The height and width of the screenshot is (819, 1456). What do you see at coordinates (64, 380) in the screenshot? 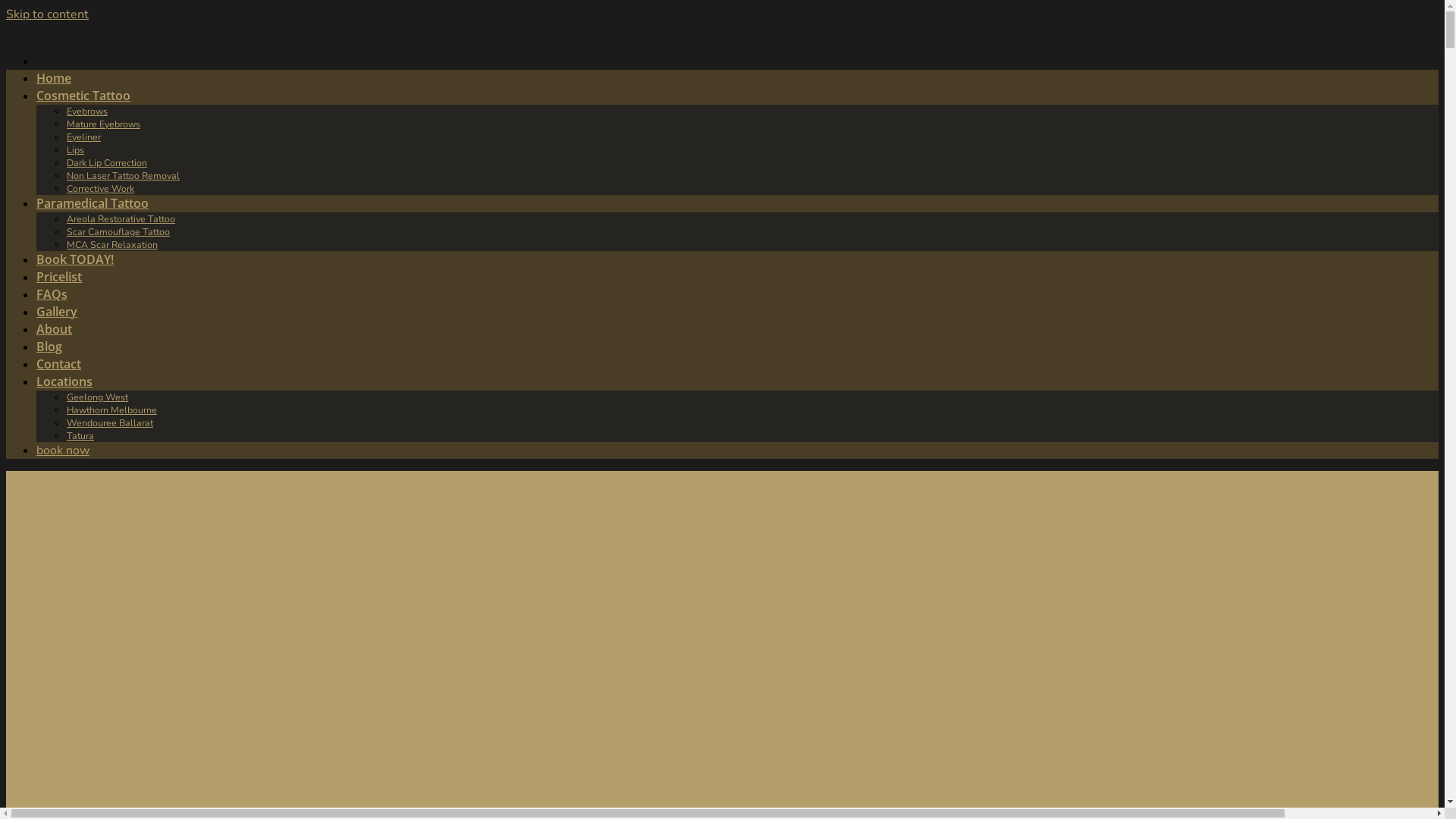
I see `'Locations'` at bounding box center [64, 380].